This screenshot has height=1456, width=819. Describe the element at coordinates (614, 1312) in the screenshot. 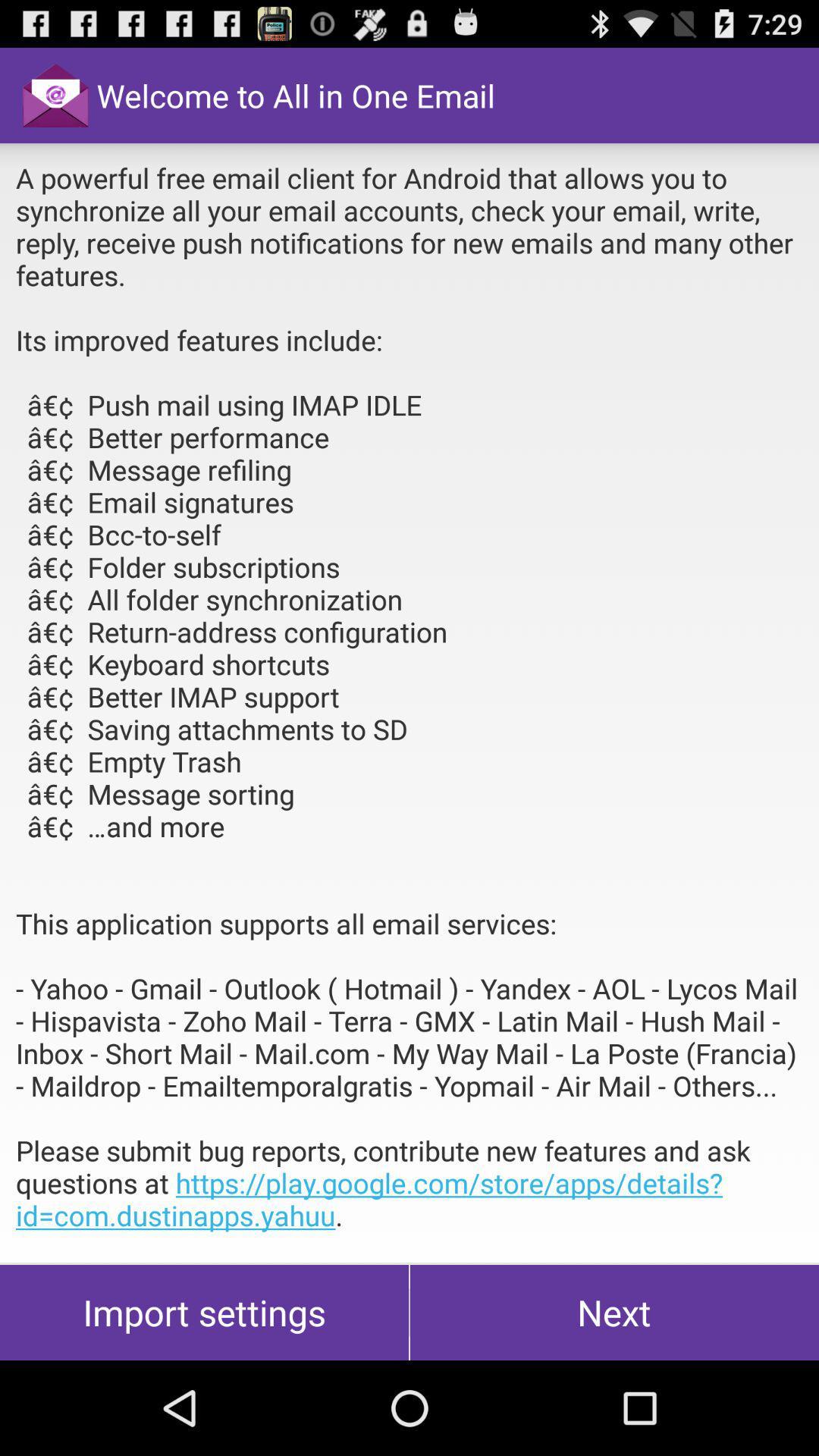

I see `the icon to the right of the import settings` at that location.